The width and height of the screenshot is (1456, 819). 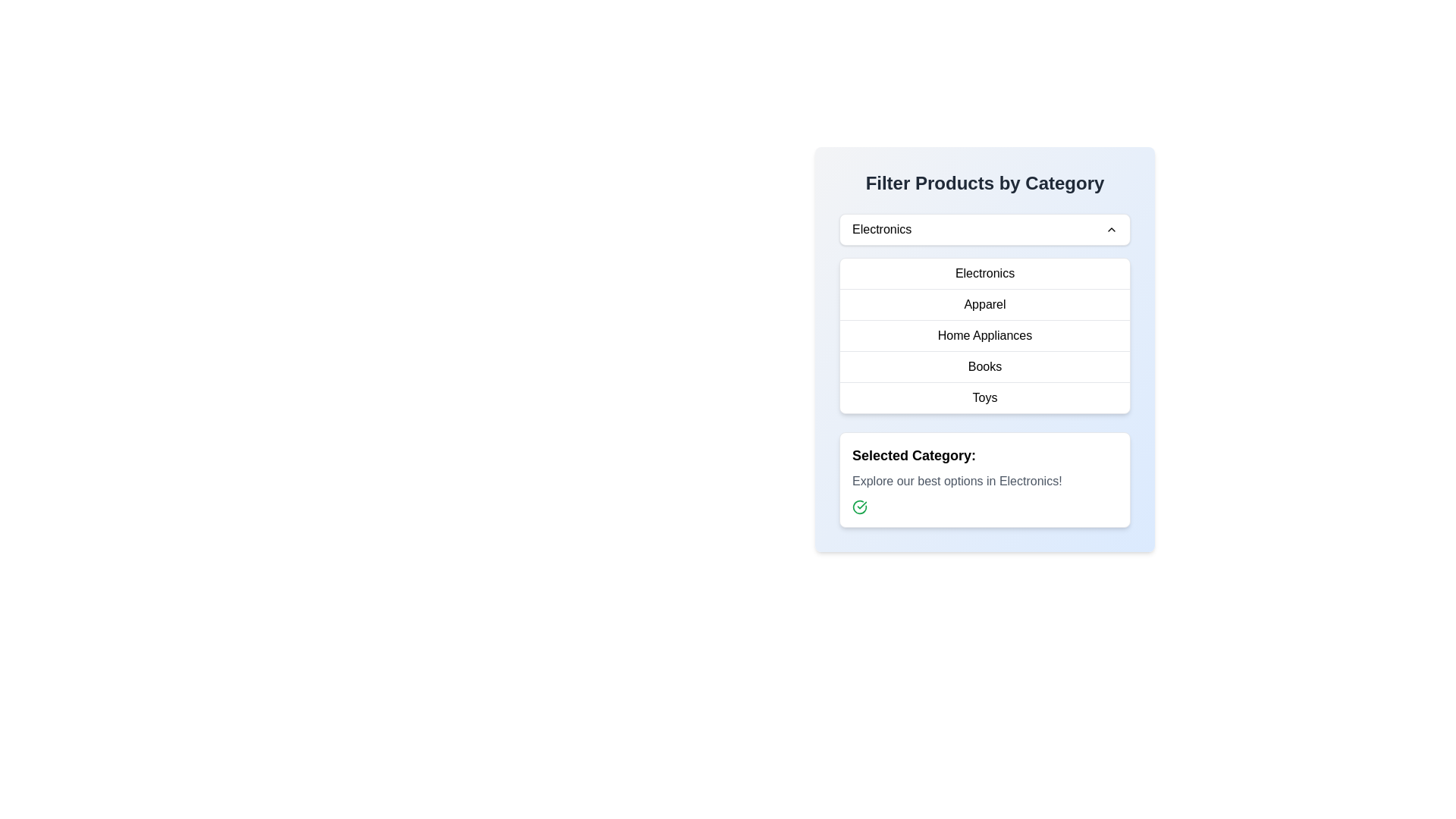 I want to click on the 'Apparel' list item, which is the second item in the vertical list under 'Filter Products by Category', so click(x=985, y=304).